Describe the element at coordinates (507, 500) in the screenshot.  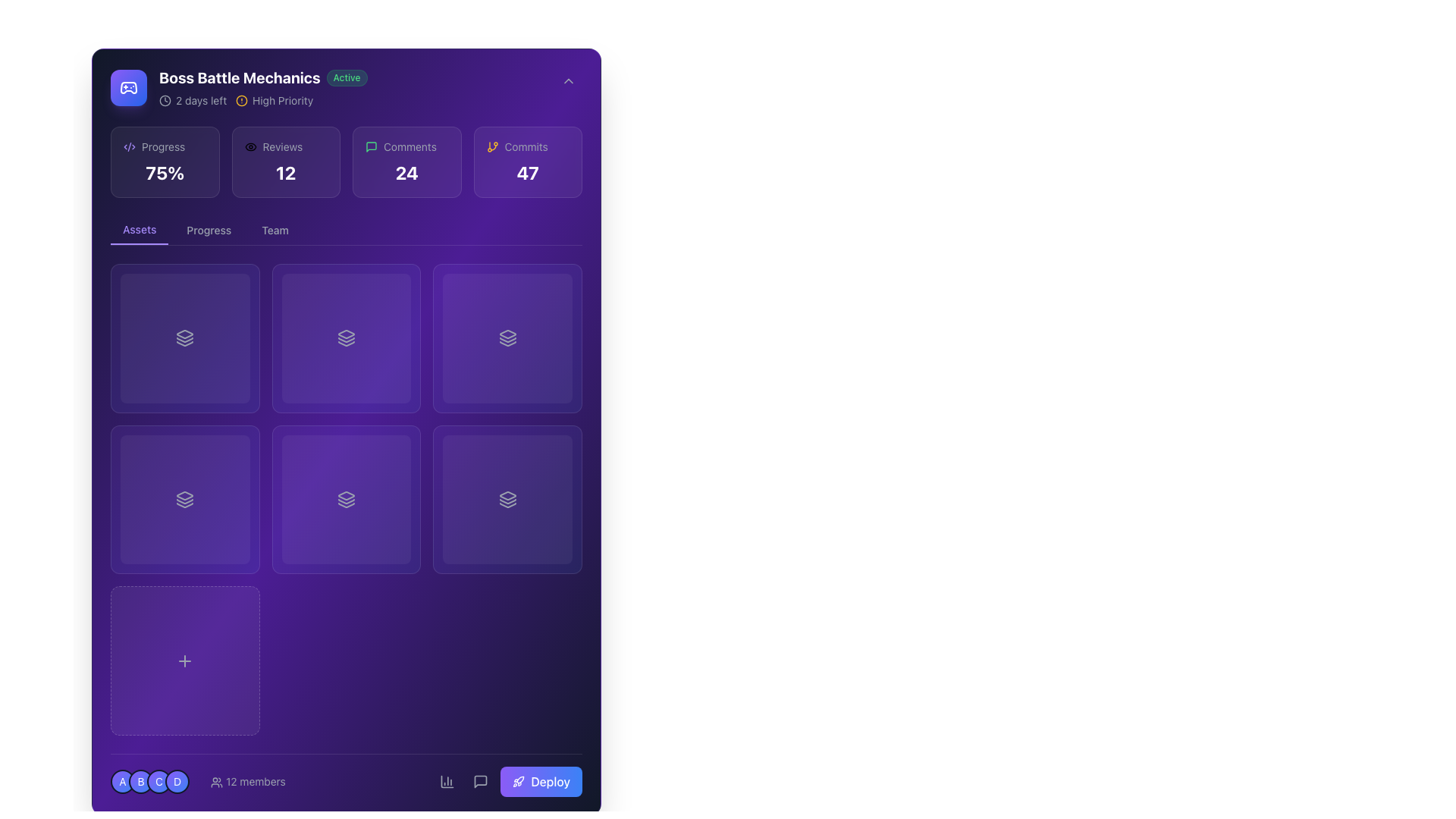
I see `the interactive gradient overlay background located in the bottom-right cell of a 3x2 grid arrangement, featuring violet to blue shades with a semi-transparent appearance` at that location.